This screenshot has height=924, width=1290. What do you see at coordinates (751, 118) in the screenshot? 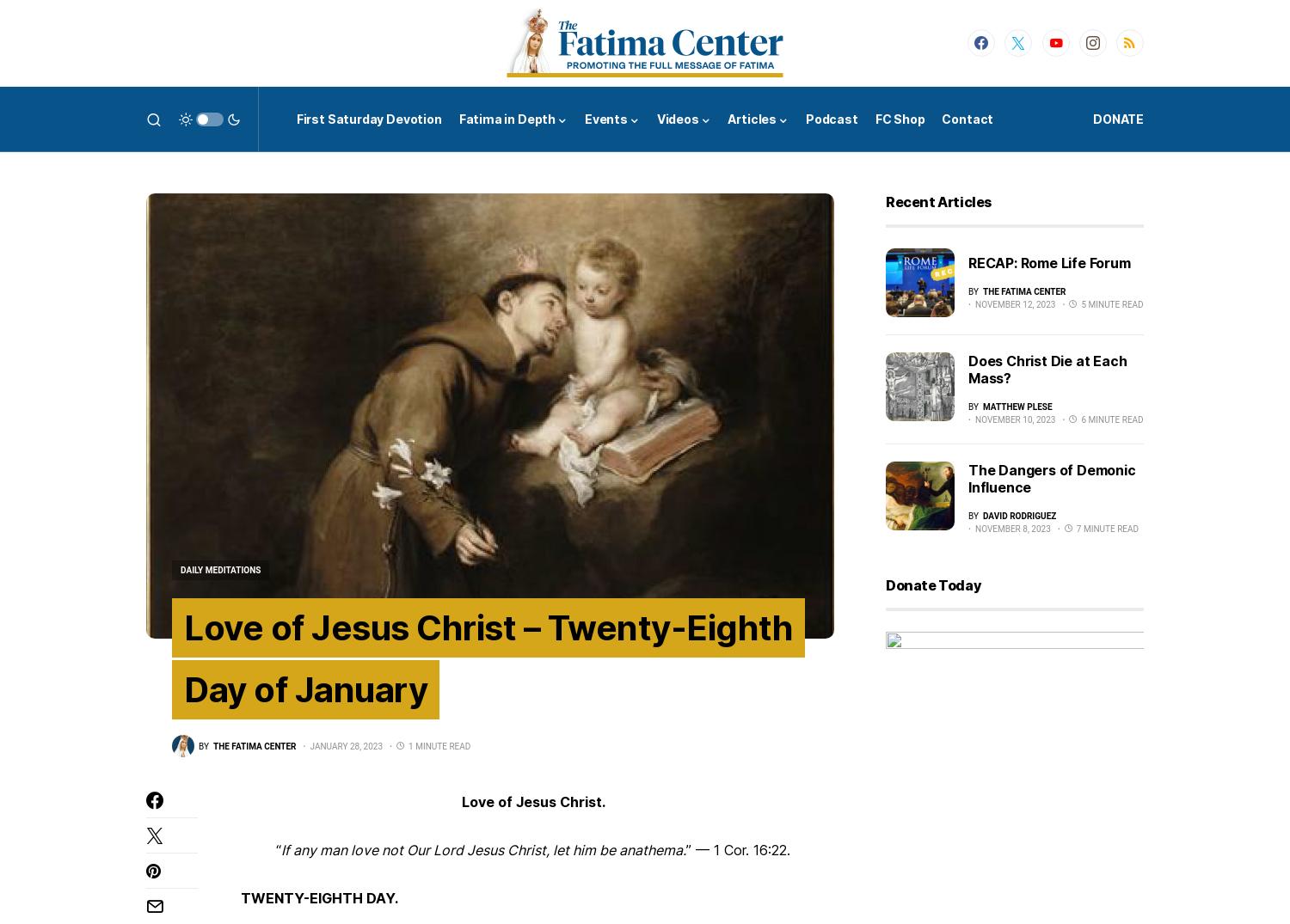
I see `'Articles'` at bounding box center [751, 118].